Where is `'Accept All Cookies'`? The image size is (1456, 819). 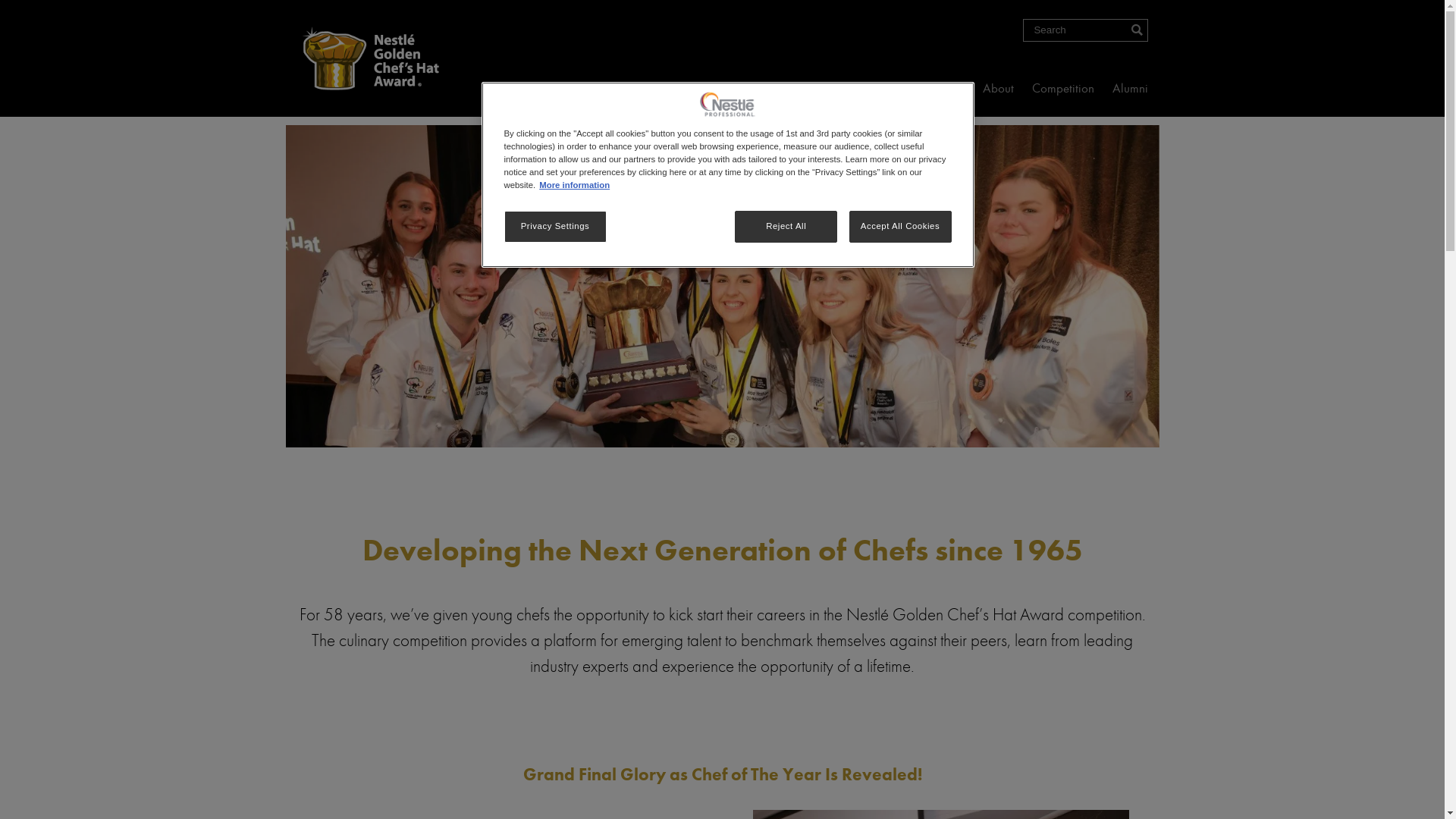 'Accept All Cookies' is located at coordinates (900, 227).